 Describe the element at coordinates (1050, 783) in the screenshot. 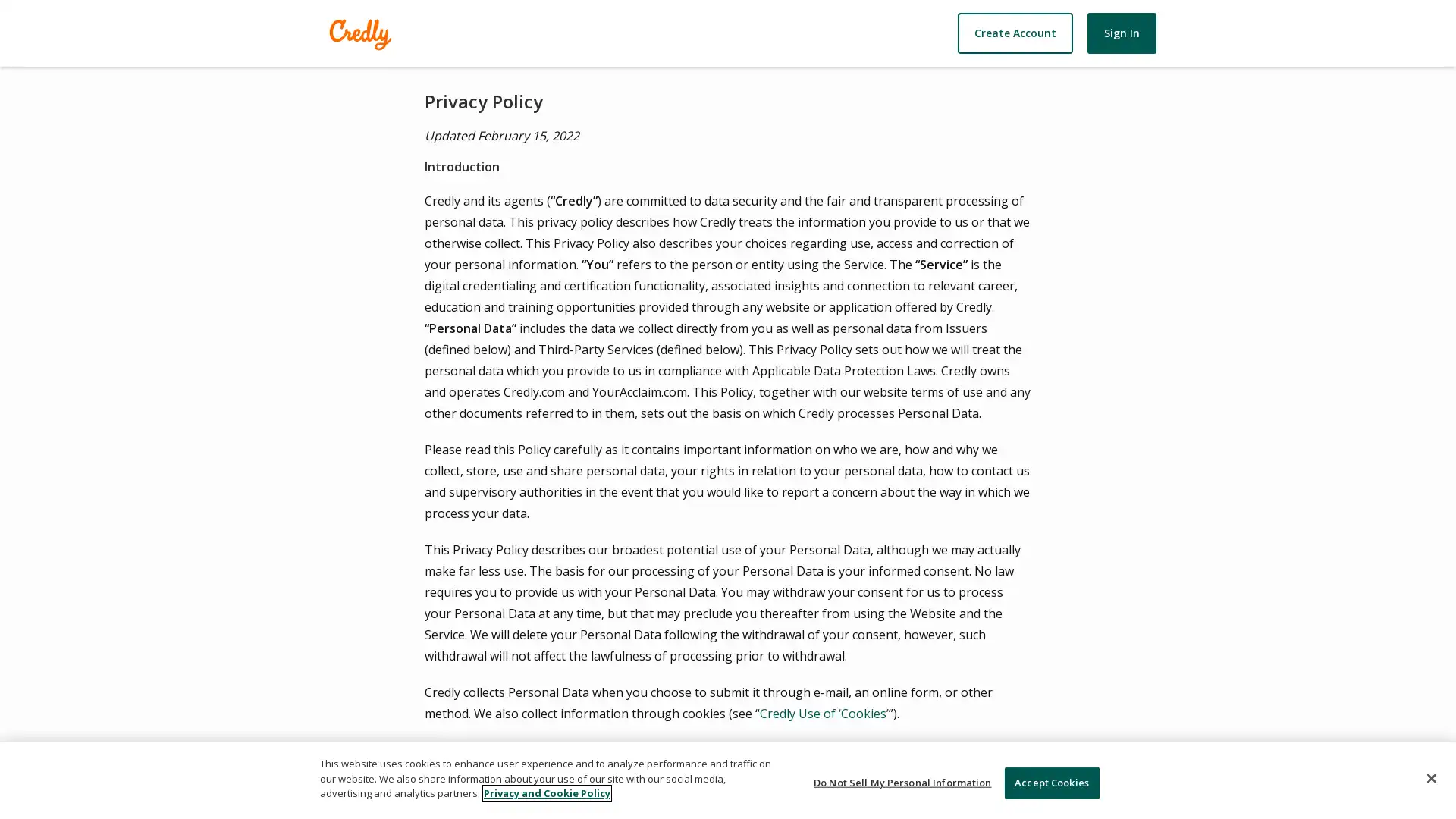

I see `Accept Cookies` at that location.